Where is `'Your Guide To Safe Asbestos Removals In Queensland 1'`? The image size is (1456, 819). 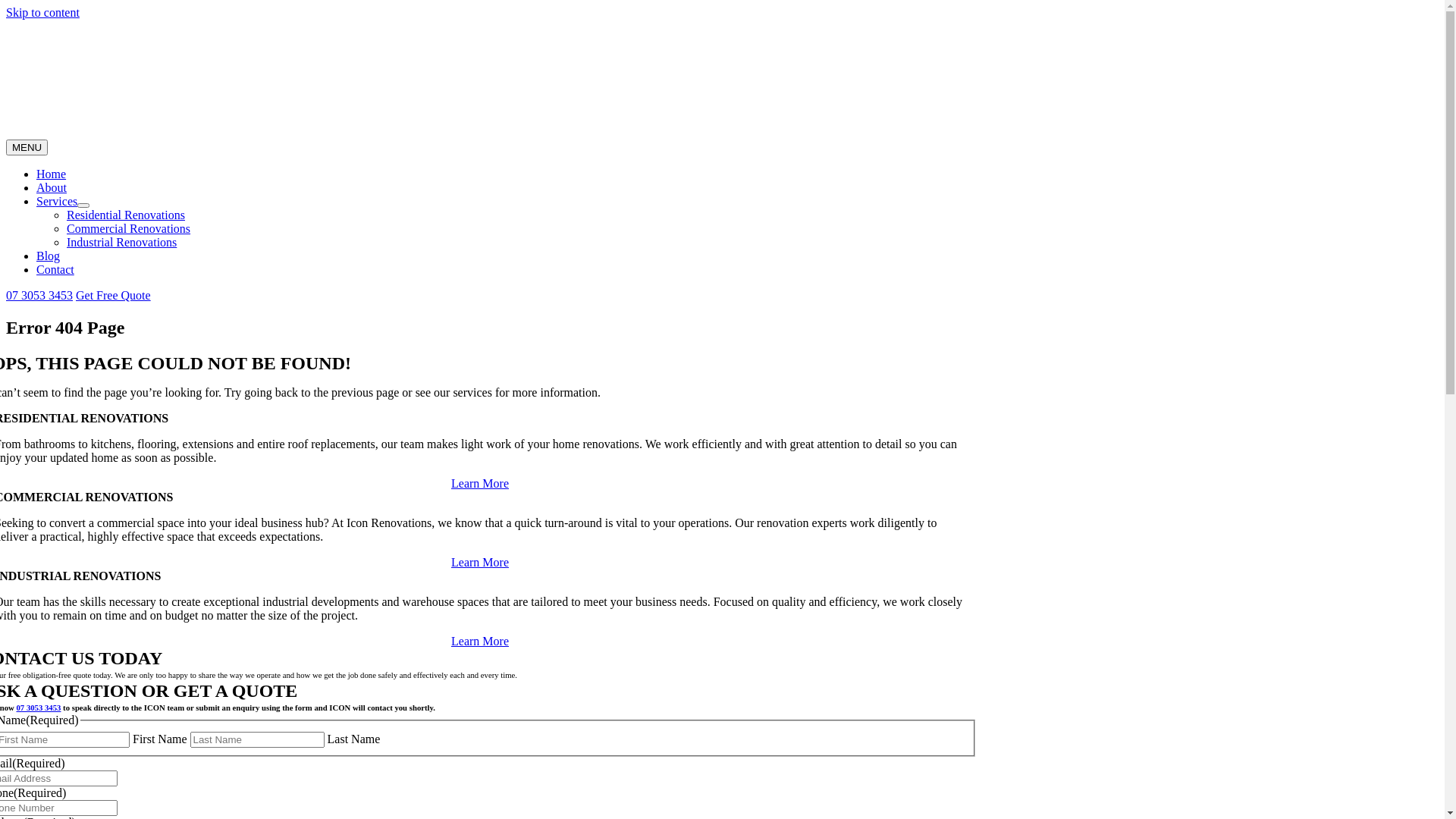 'Your Guide To Safe Asbestos Removals In Queensland 1' is located at coordinates (6, 78).